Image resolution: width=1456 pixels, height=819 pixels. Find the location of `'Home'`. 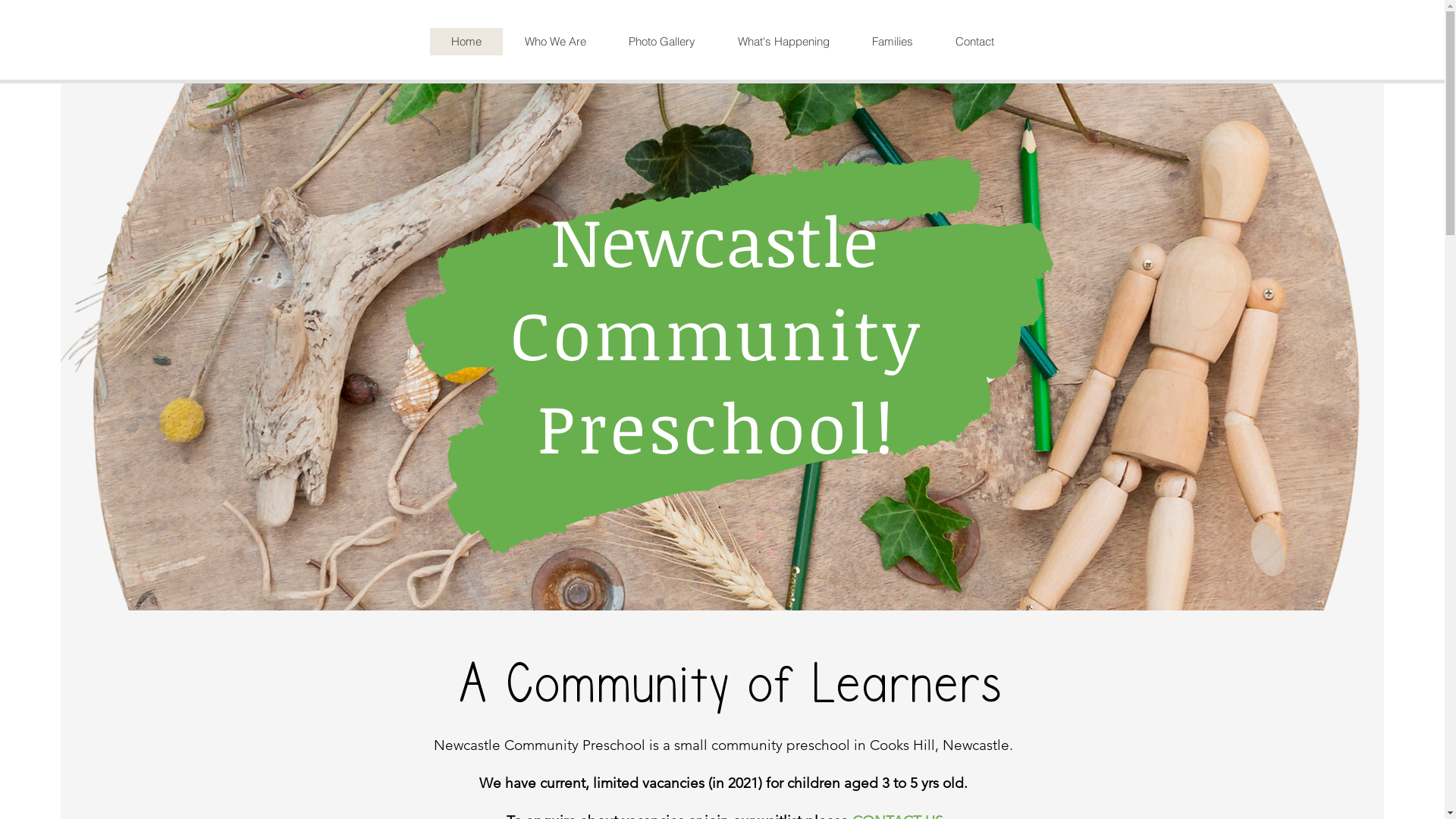

'Home' is located at coordinates (465, 40).